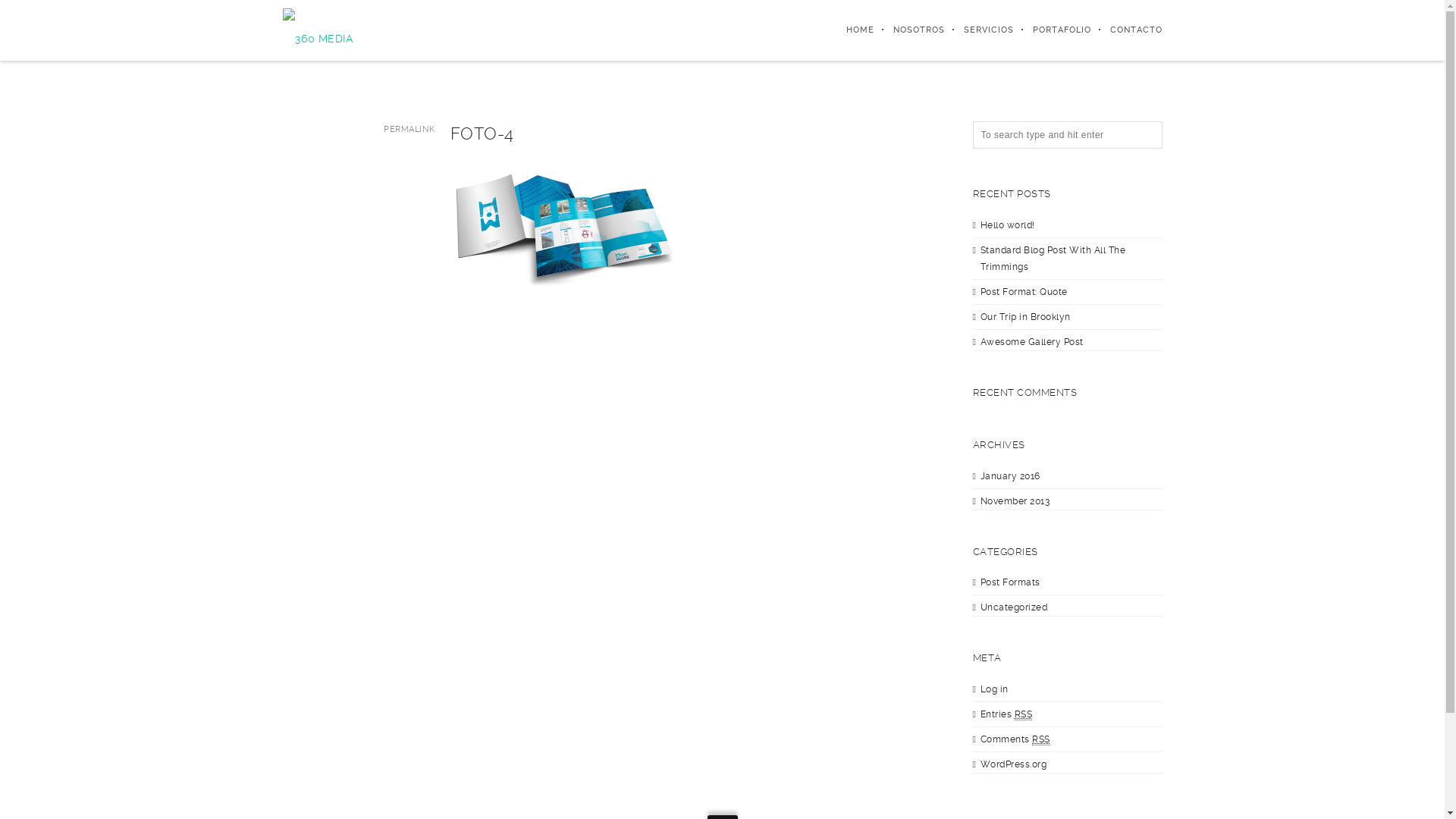  What do you see at coordinates (1065, 133) in the screenshot?
I see `'Search for:'` at bounding box center [1065, 133].